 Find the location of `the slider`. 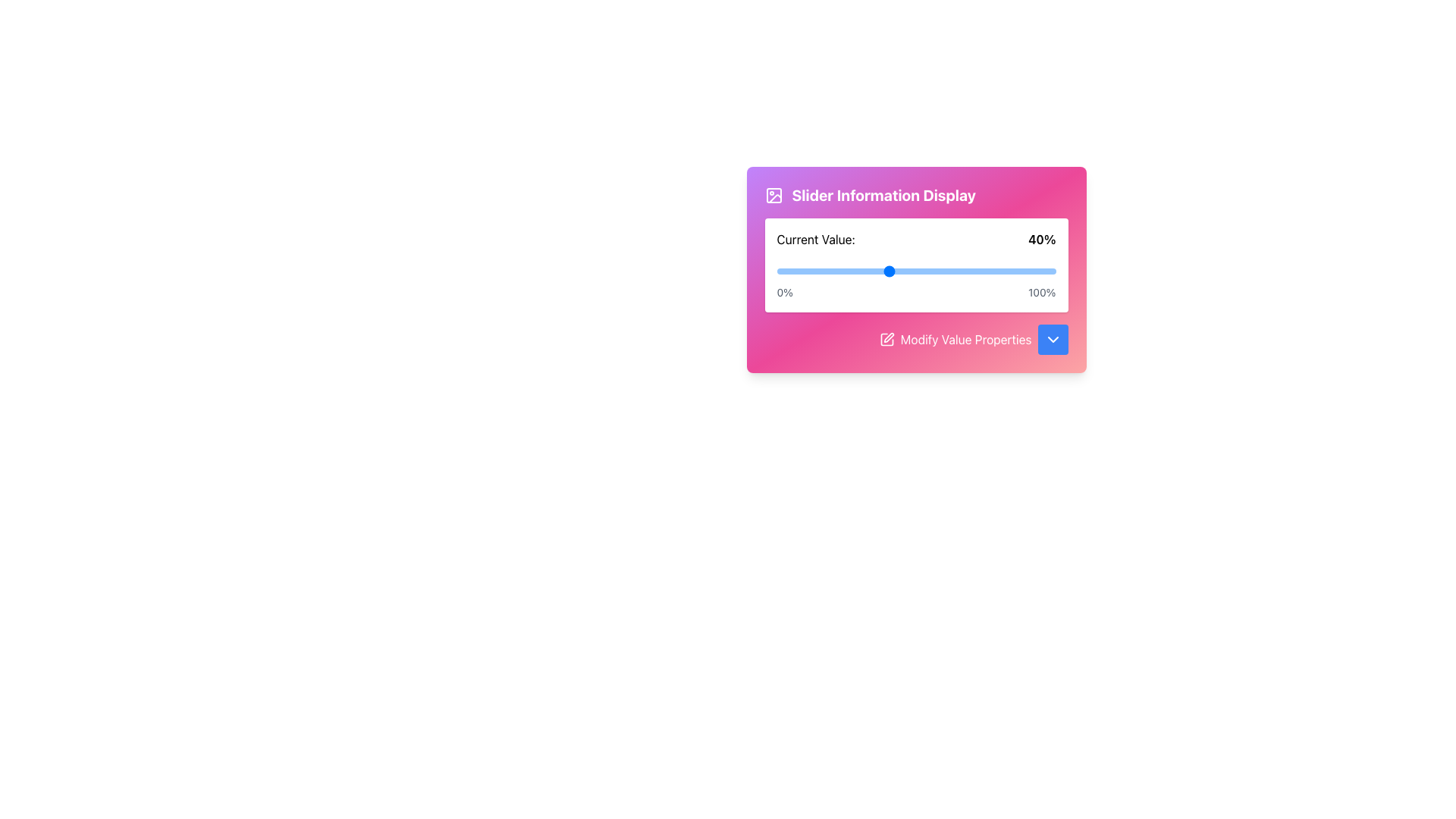

the slider is located at coordinates (1041, 271).